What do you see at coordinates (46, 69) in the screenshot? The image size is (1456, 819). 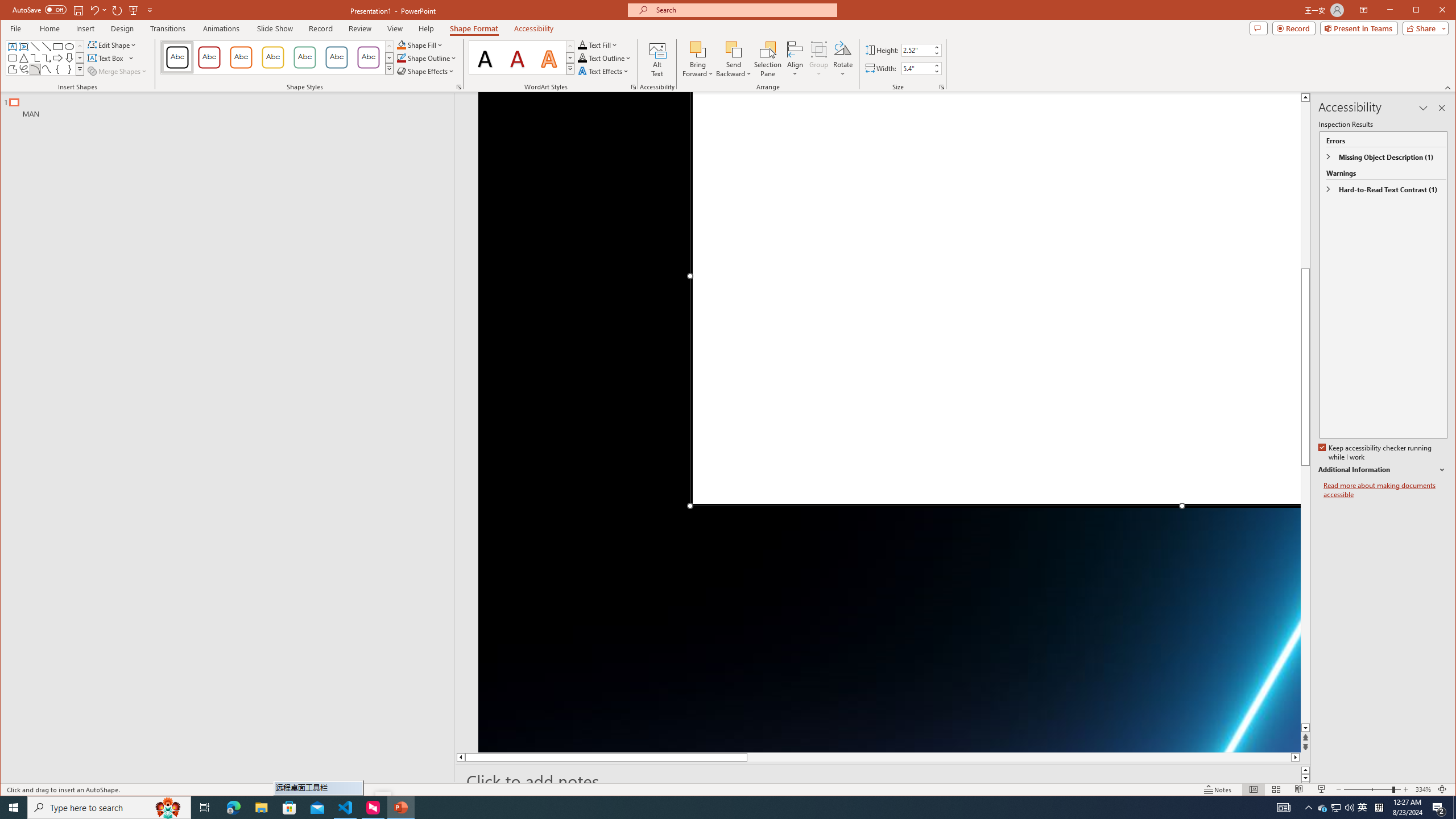 I see `'Curve'` at bounding box center [46, 69].